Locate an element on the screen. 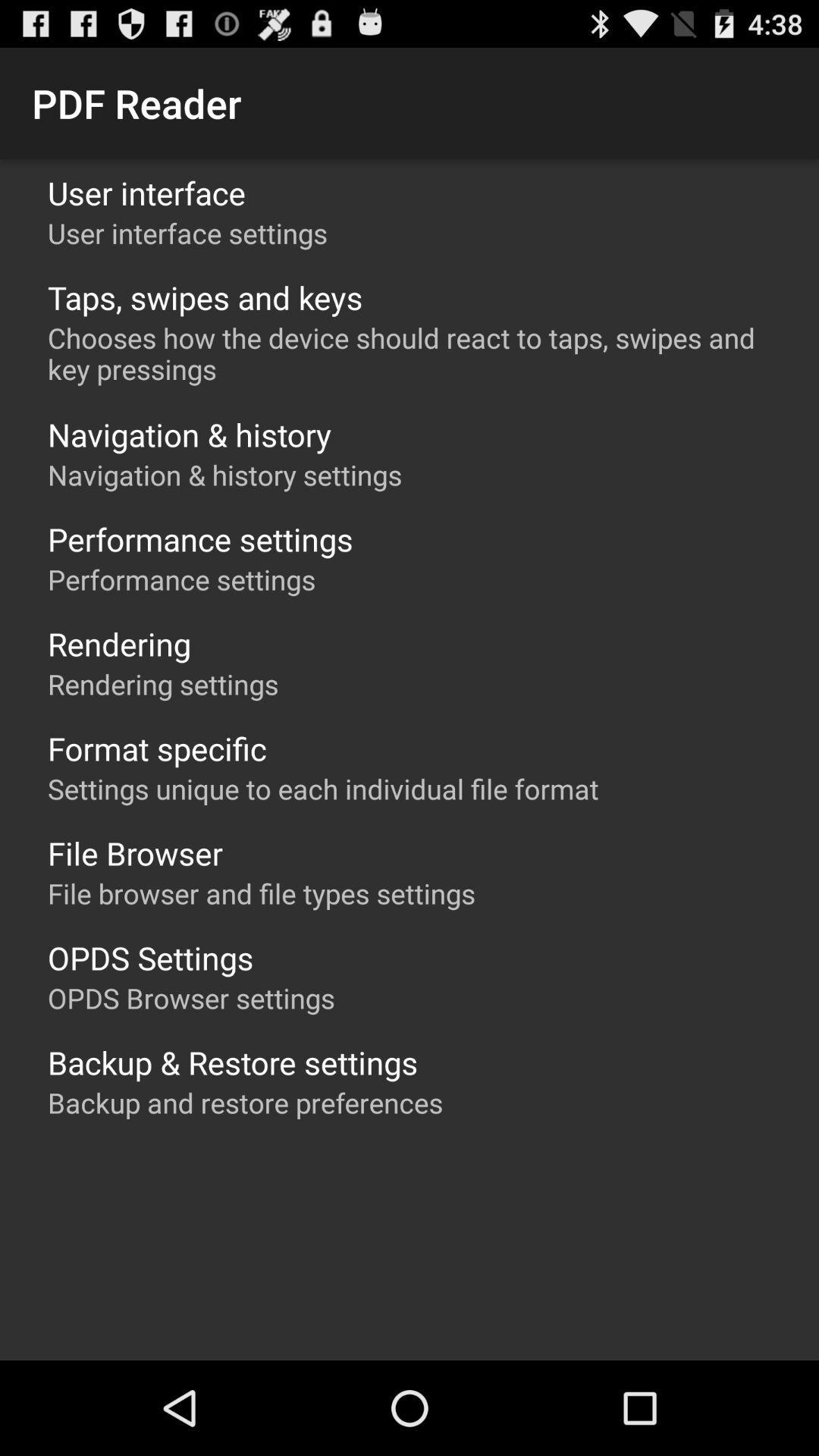  the app below format specific item is located at coordinates (322, 789).